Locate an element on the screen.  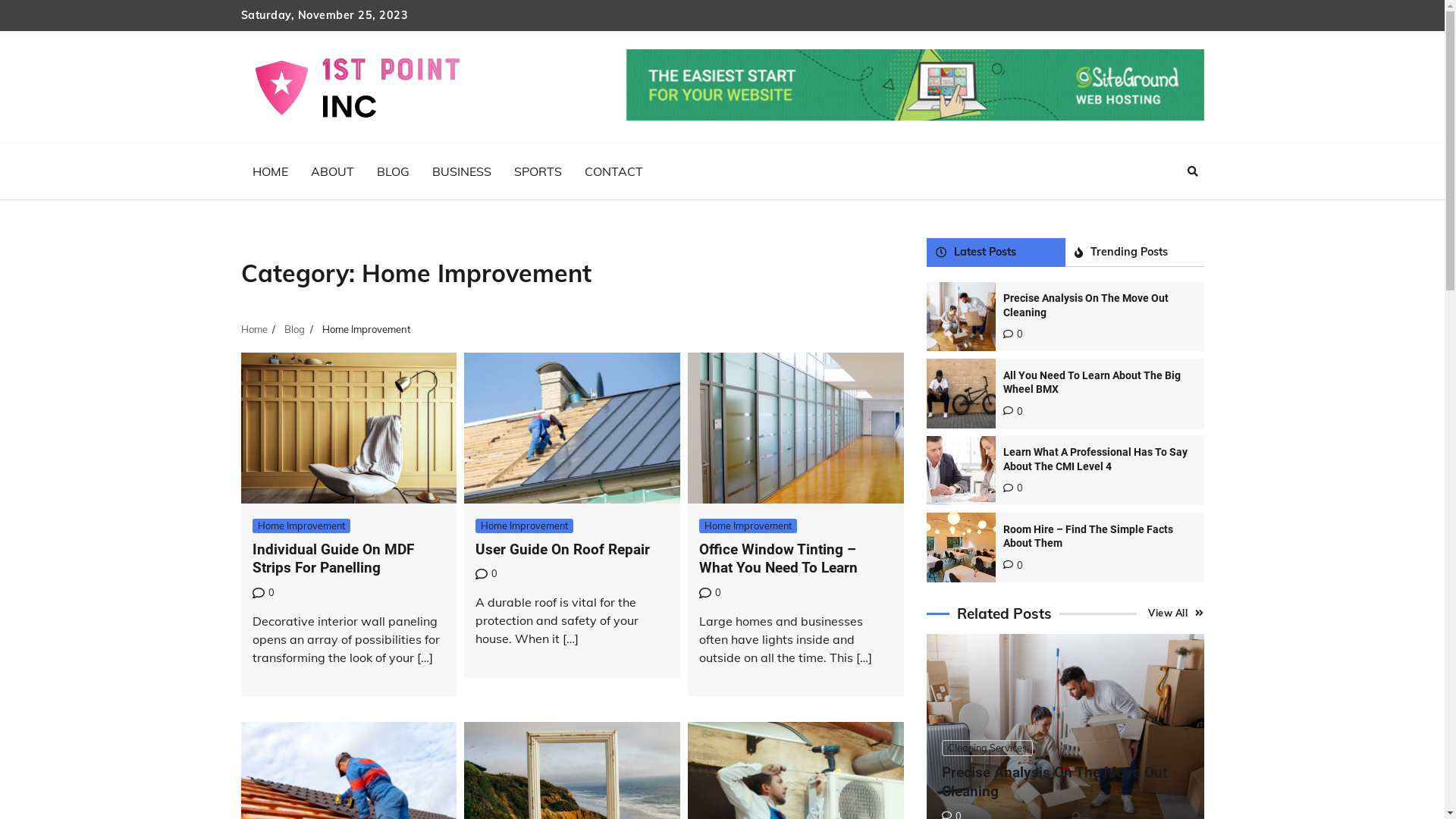
'BLOG' is located at coordinates (393, 171).